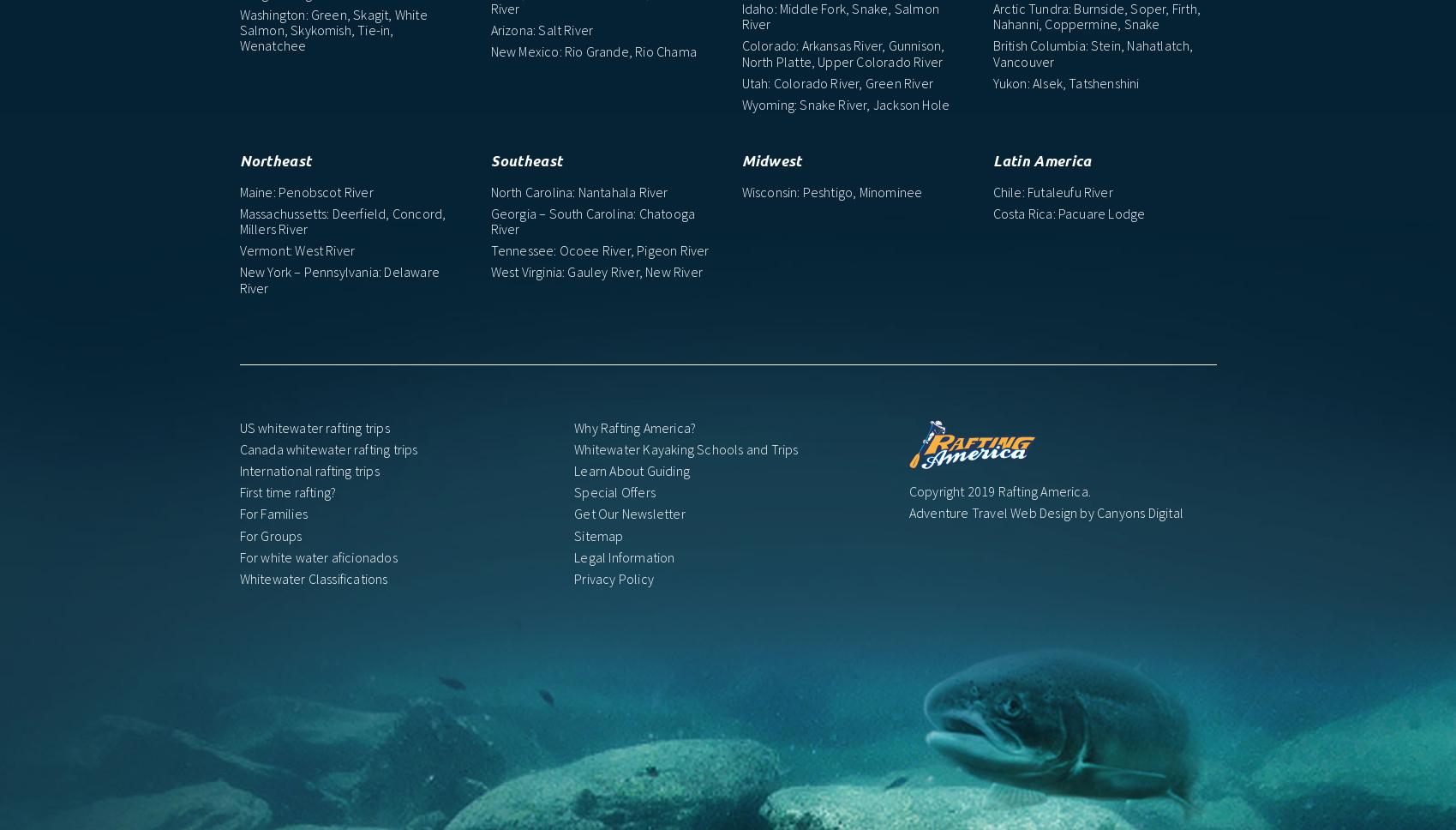 The width and height of the screenshot is (1456, 830). I want to click on 'Washington: Green, Skagit, White Salmon, Skykomish, Tie-in, Wenatchee', so click(333, 29).